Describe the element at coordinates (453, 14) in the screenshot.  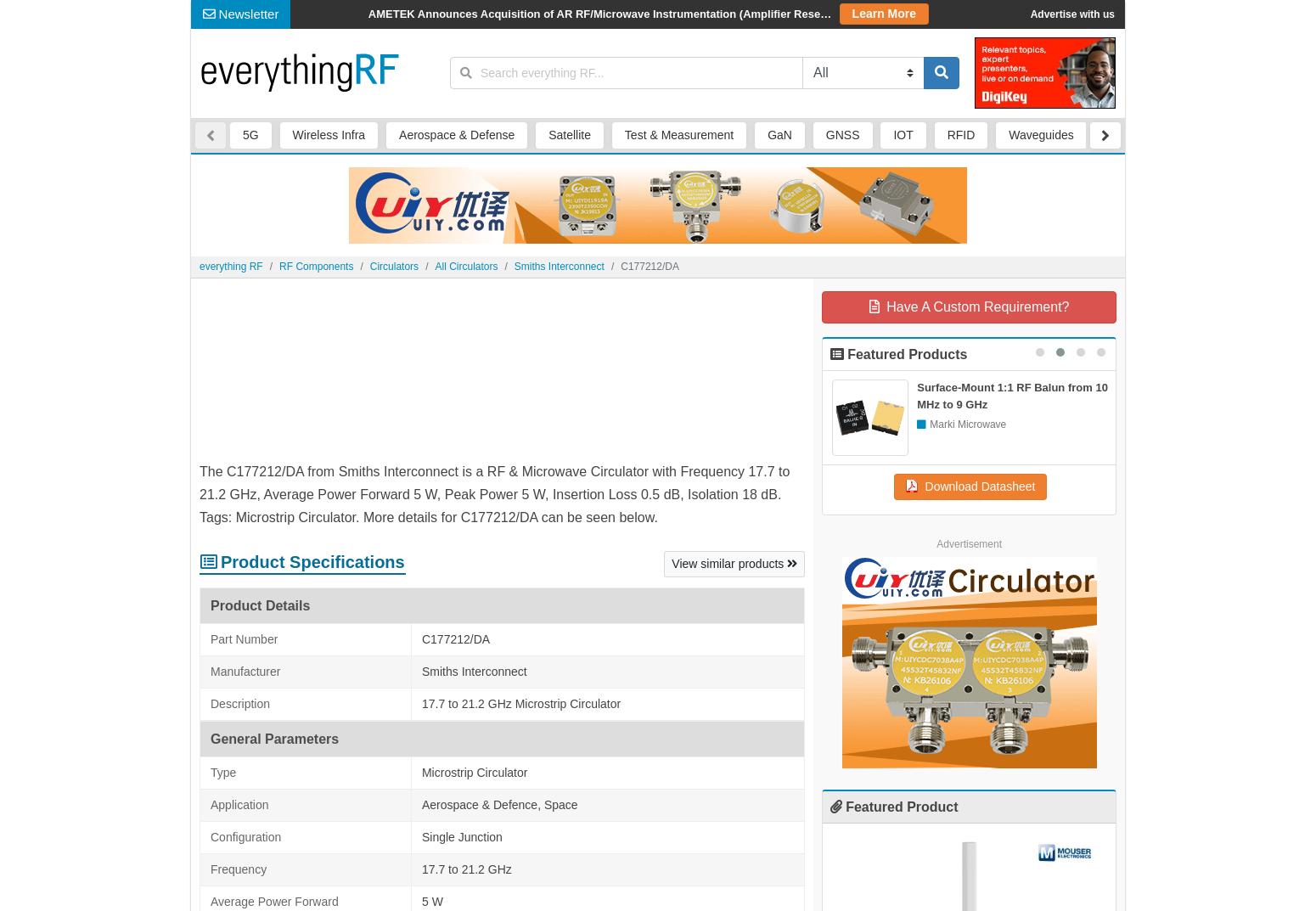
I see `'Custom Products'` at that location.